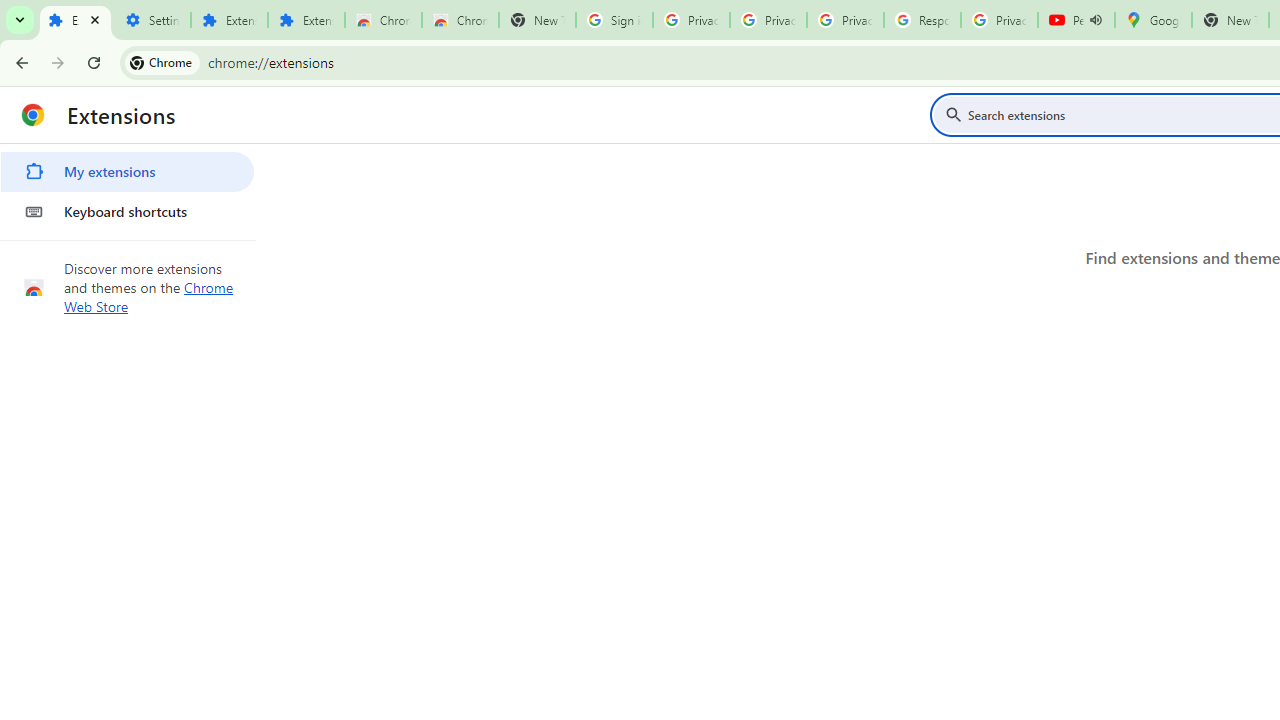 This screenshot has width=1280, height=720. I want to click on 'Extensions', so click(229, 20).